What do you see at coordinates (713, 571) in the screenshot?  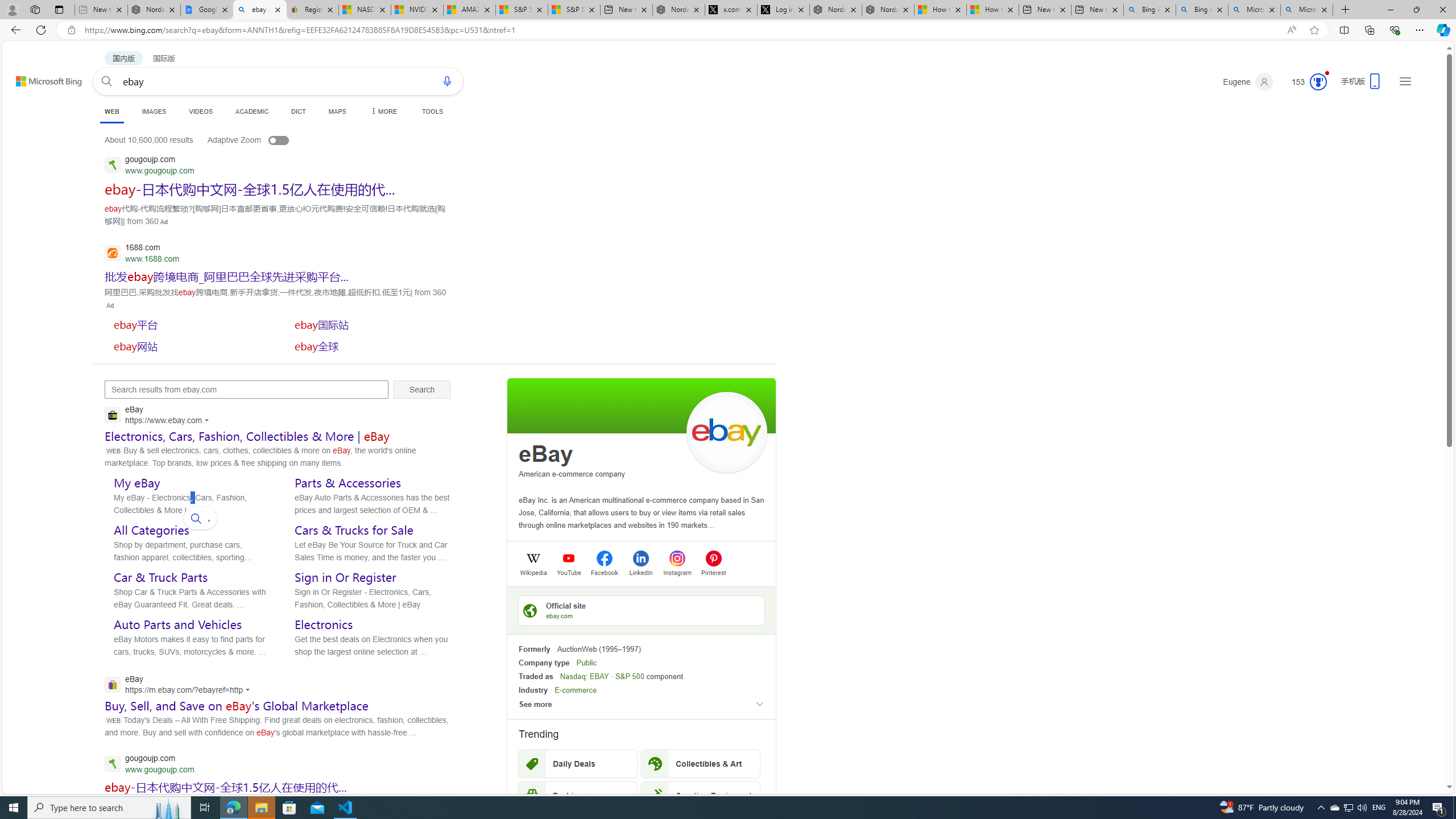 I see `'Pinterest'` at bounding box center [713, 571].